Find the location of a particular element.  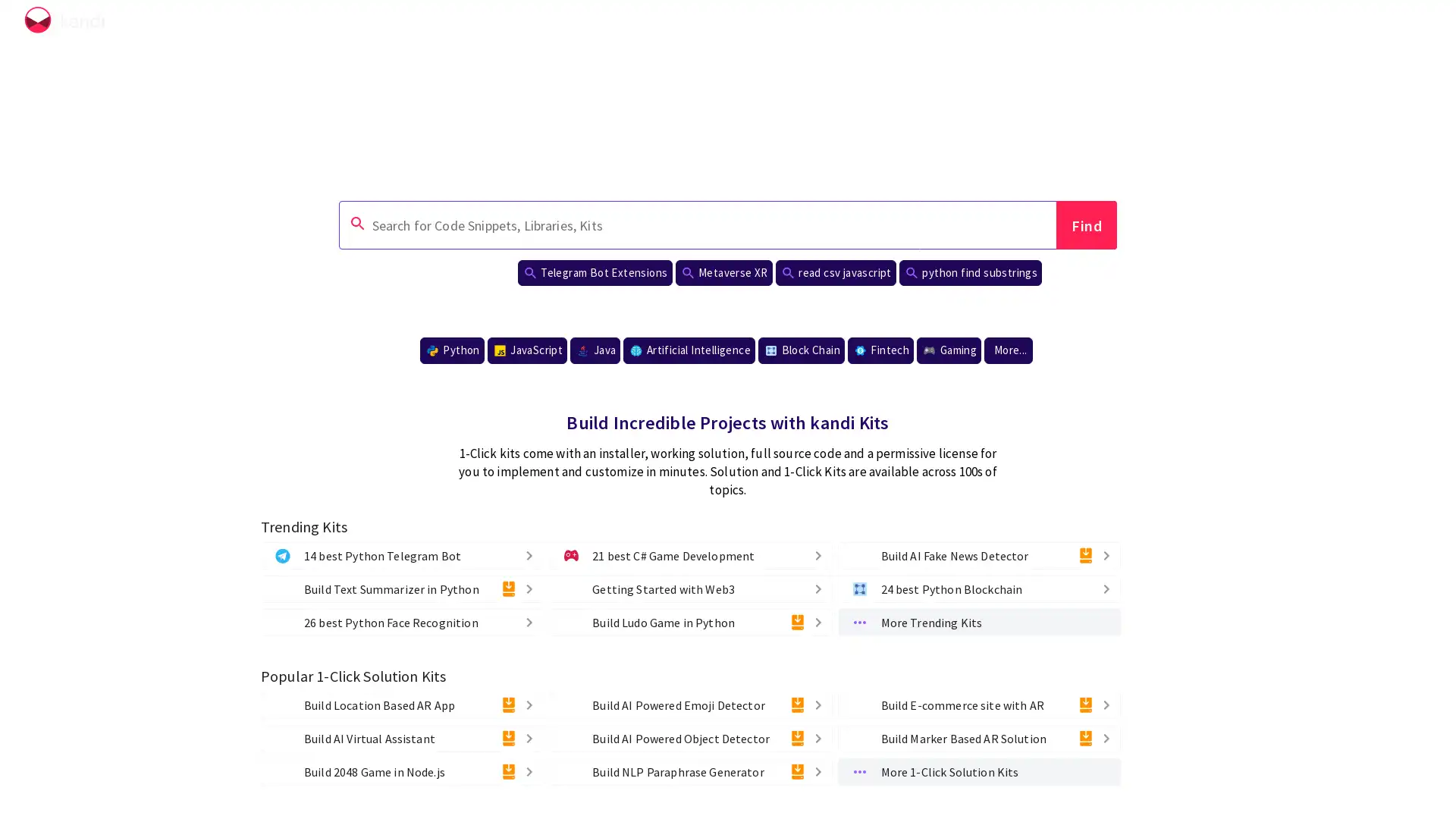

paraphrase-generator1 Build NLP Paraphrase Generator is located at coordinates (689, 771).